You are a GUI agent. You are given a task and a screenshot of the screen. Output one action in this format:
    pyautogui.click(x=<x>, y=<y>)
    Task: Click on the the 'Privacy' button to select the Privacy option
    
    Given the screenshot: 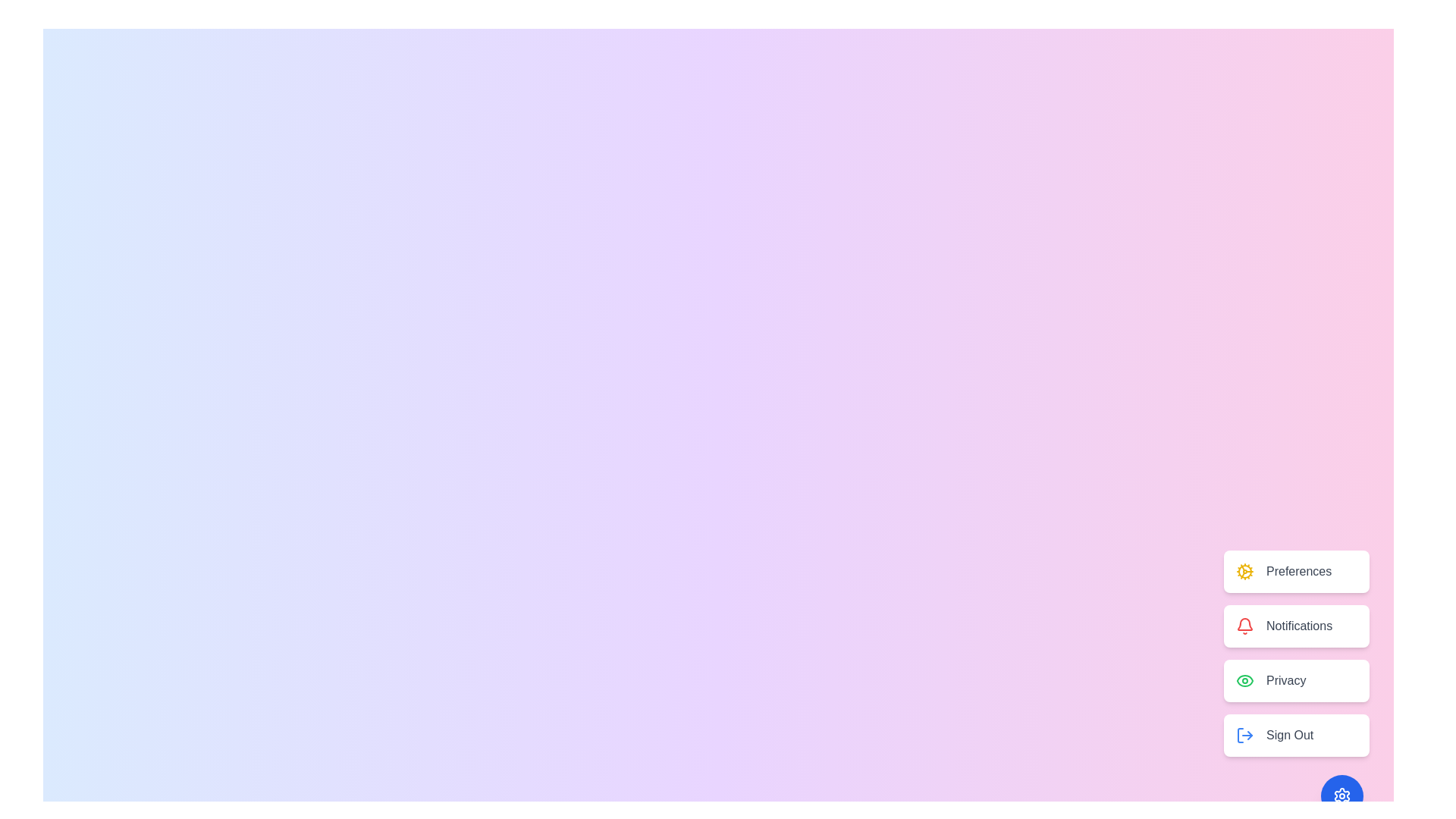 What is the action you would take?
    pyautogui.click(x=1295, y=680)
    